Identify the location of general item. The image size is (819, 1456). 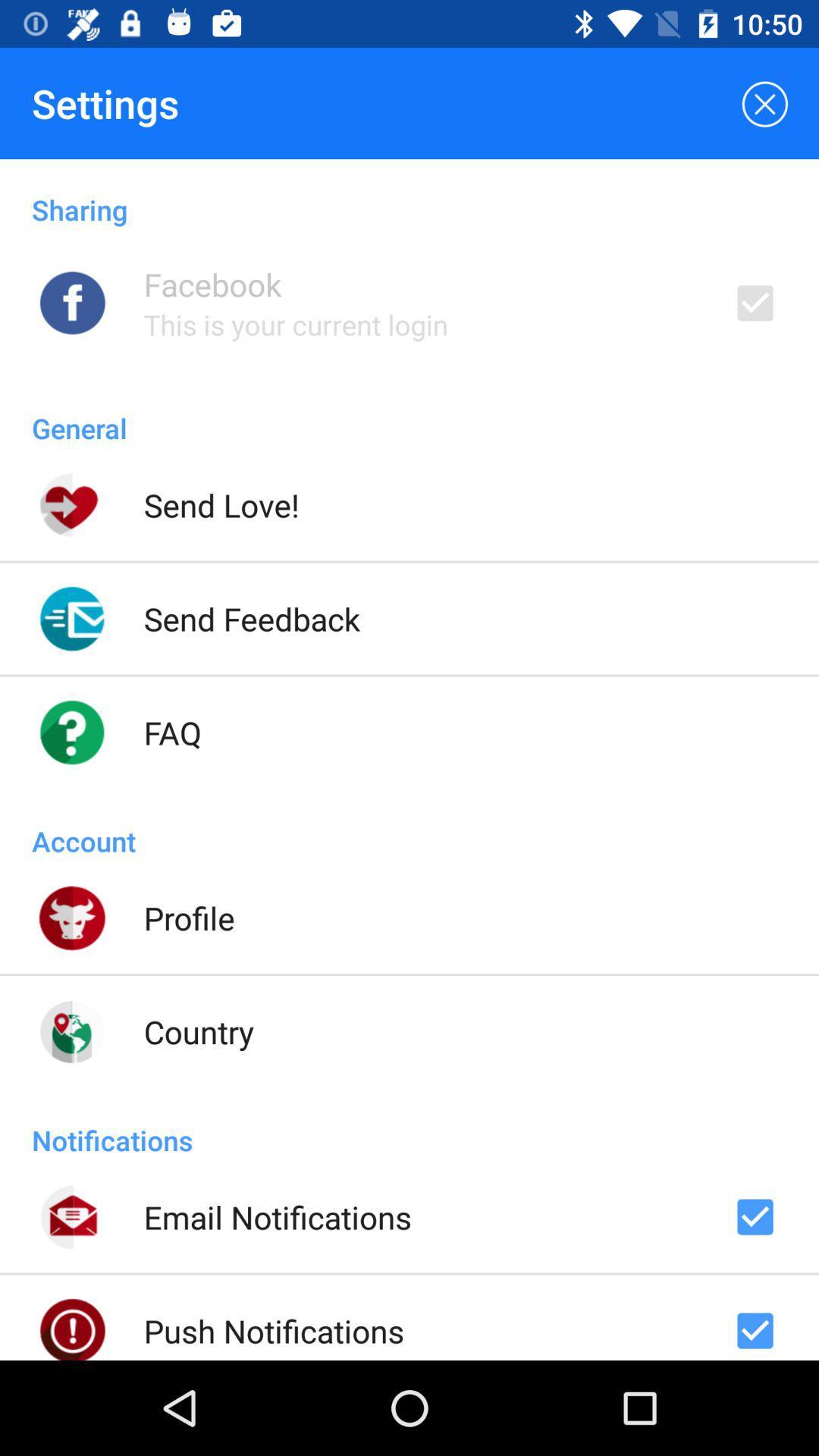
(409, 412).